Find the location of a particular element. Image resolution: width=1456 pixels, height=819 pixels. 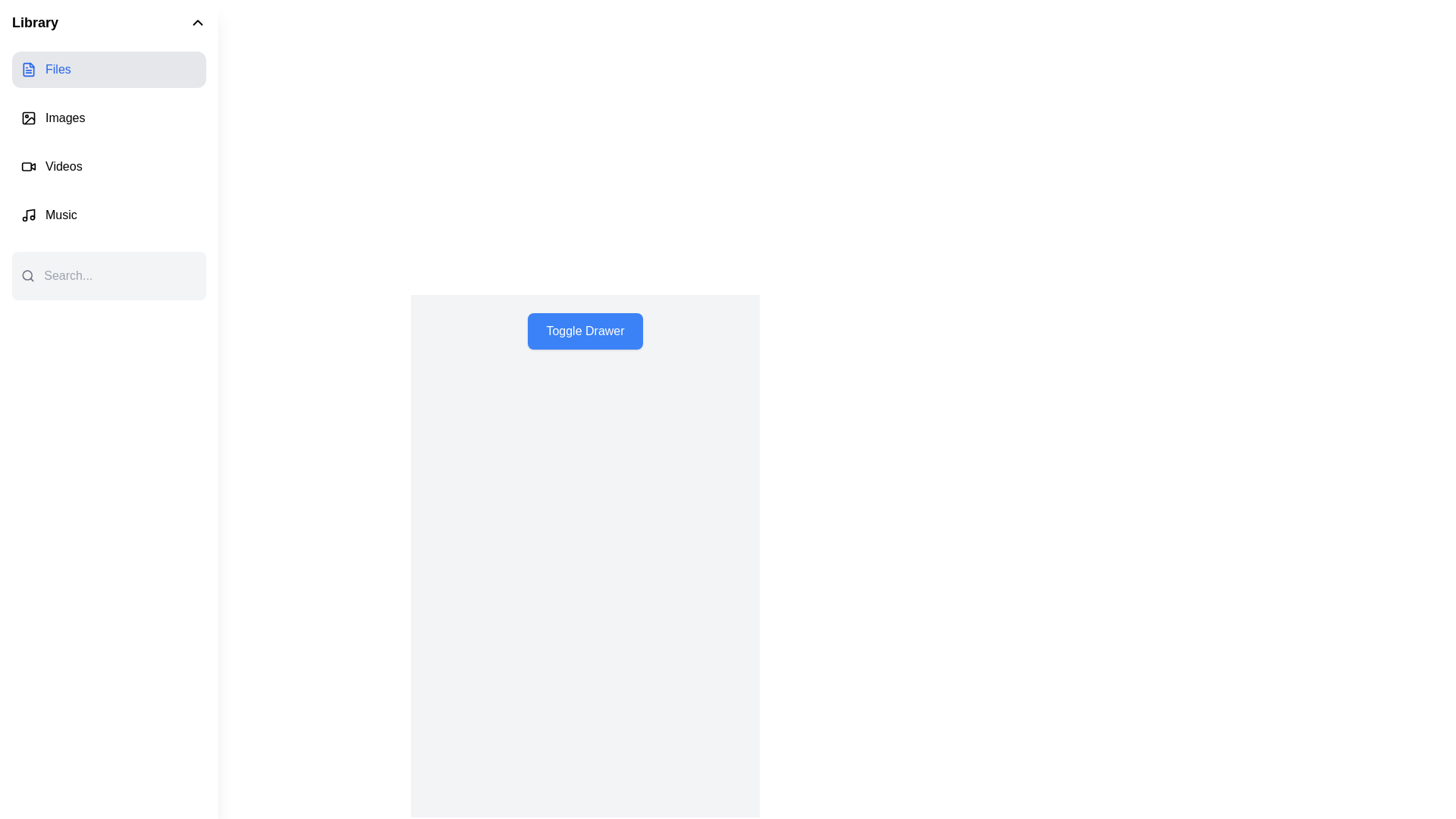

the 'Files' icon located in the top-left section of the interface is located at coordinates (29, 70).